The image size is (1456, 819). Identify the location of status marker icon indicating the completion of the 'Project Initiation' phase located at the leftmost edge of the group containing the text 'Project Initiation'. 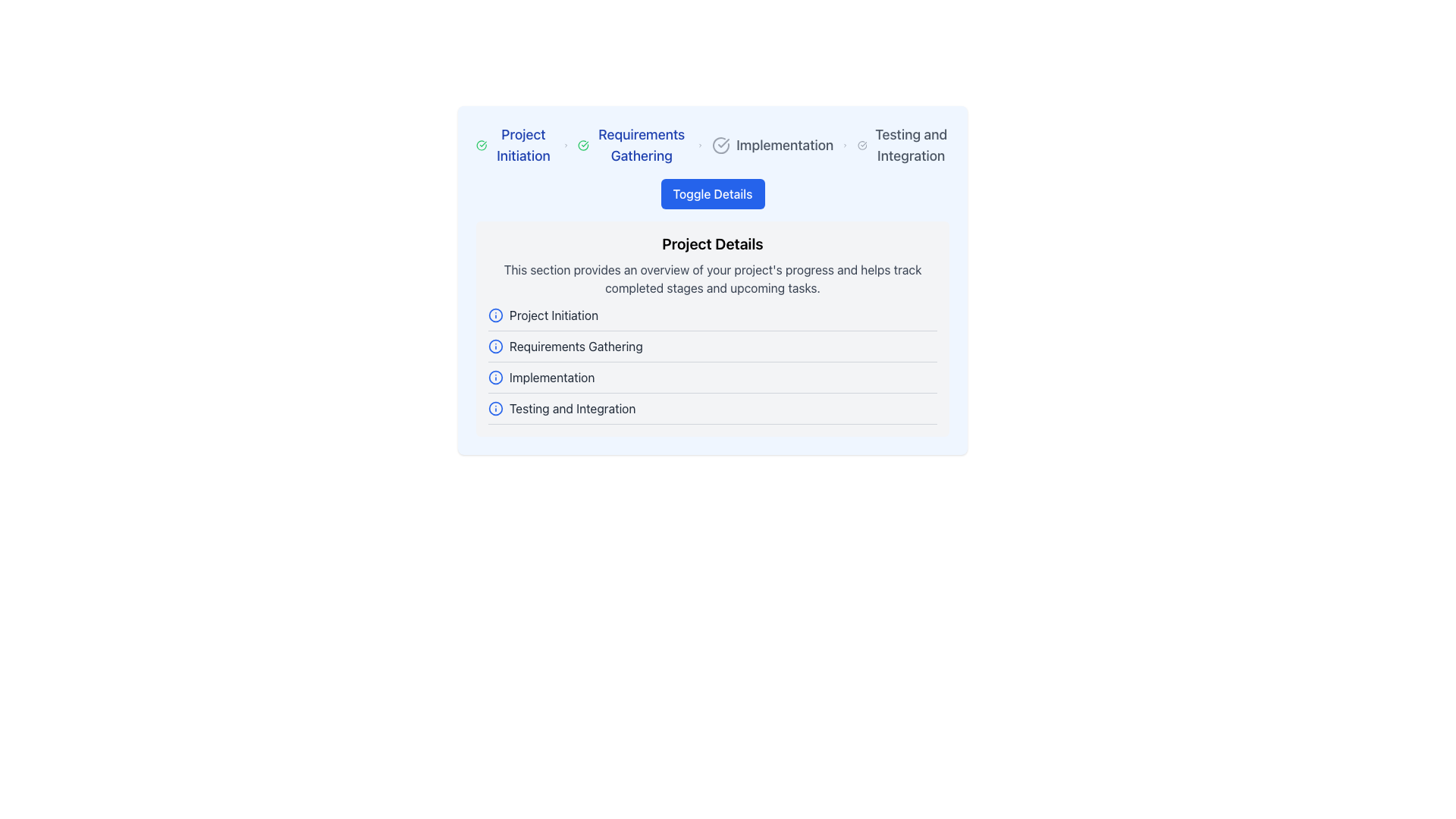
(481, 146).